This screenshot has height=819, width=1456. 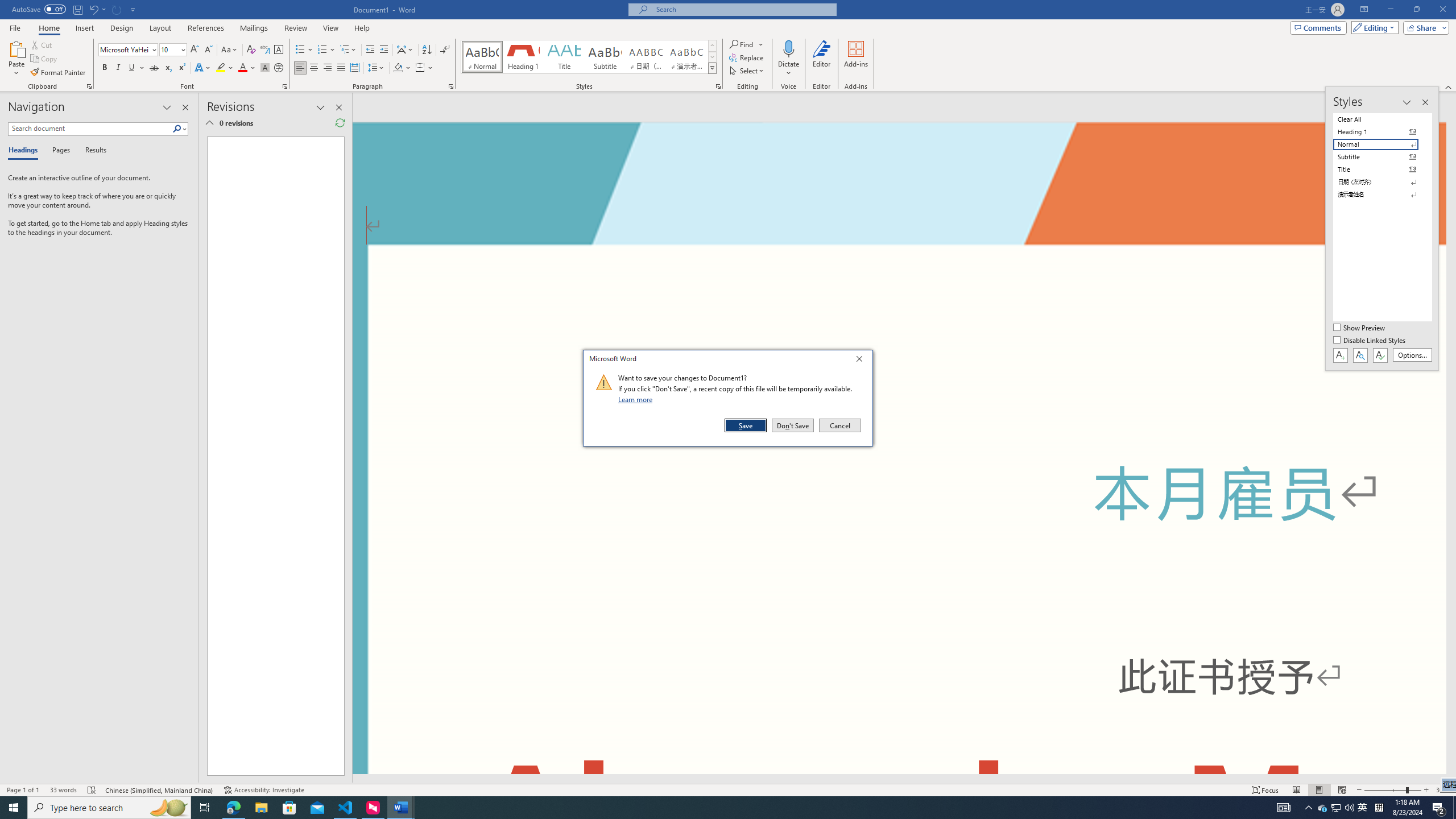 What do you see at coordinates (345, 806) in the screenshot?
I see `'Visual Studio Code - 1 running window'` at bounding box center [345, 806].